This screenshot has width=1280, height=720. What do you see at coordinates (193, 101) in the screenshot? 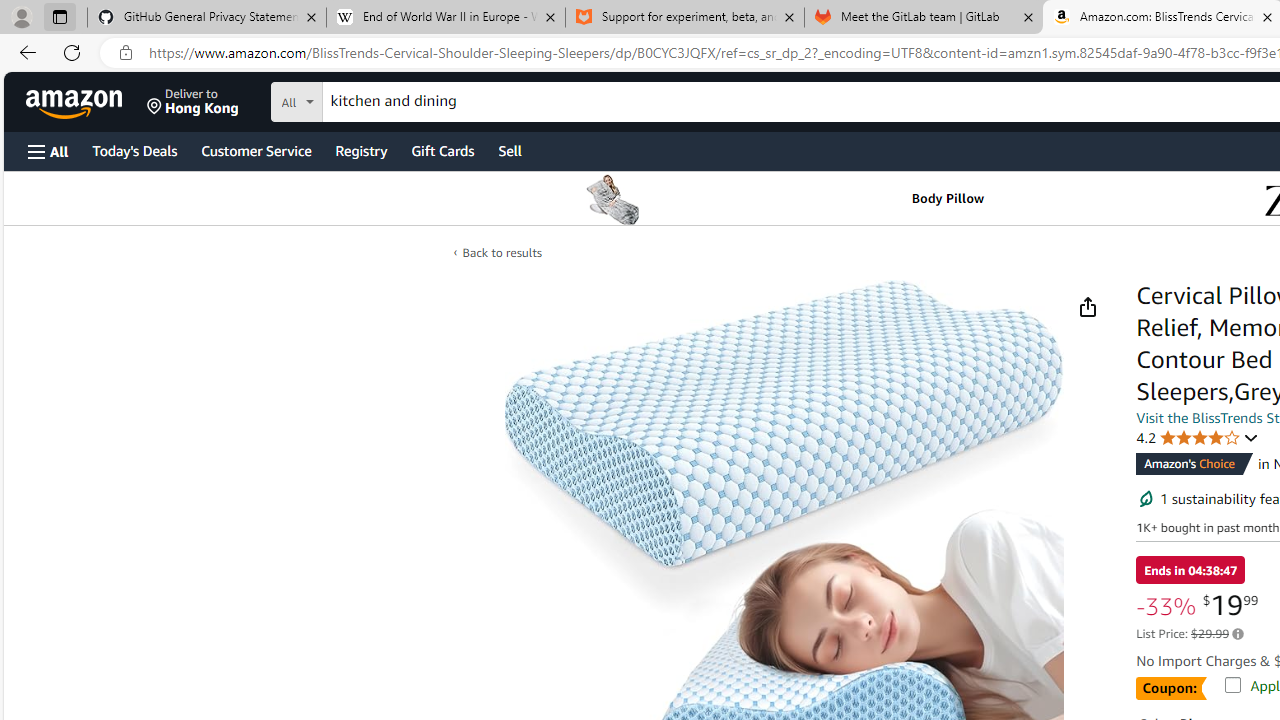
I see `'Deliver to Hong Kong'` at bounding box center [193, 101].